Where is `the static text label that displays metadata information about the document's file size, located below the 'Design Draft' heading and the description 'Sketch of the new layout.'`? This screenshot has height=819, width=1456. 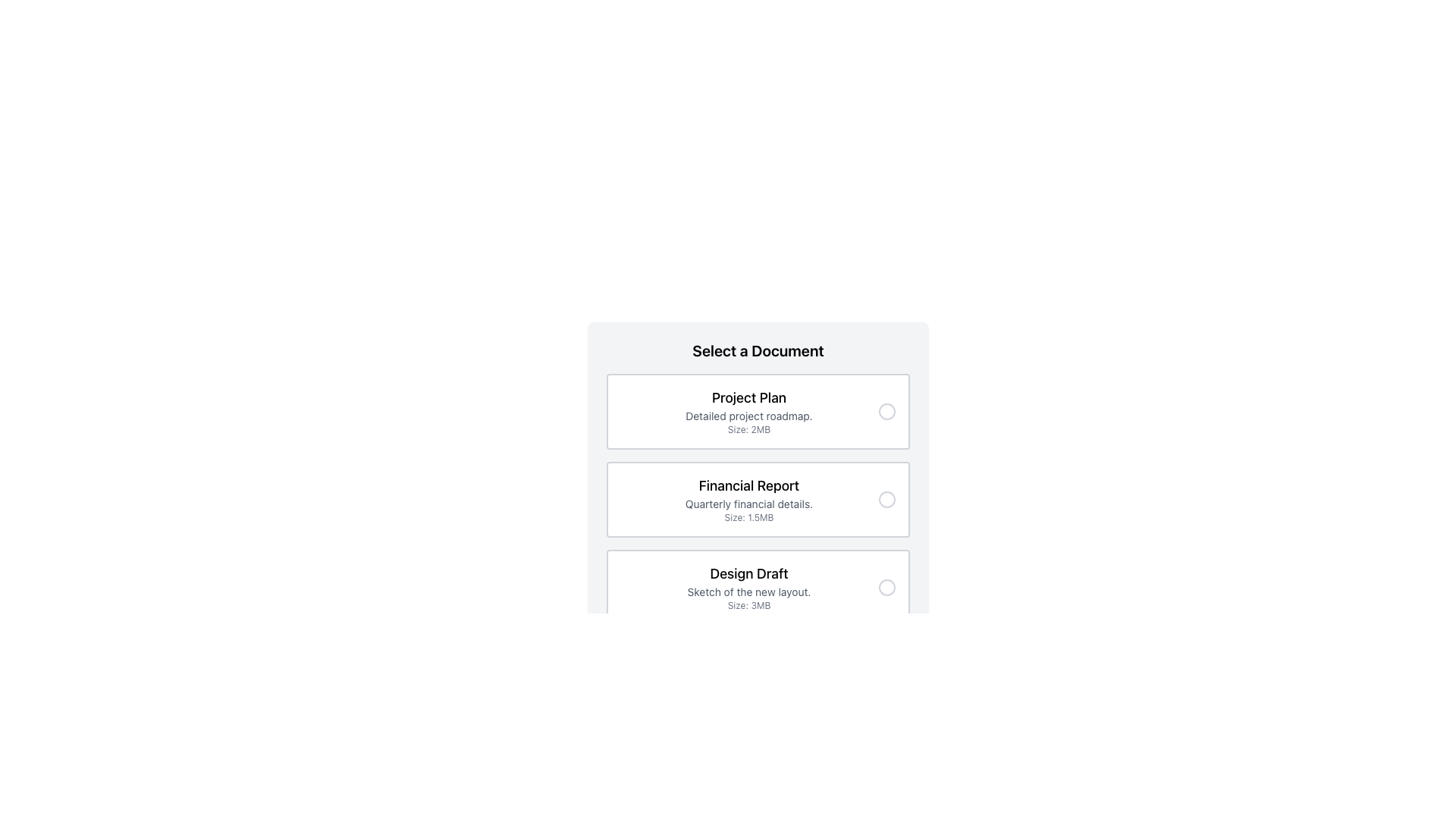
the static text label that displays metadata information about the document's file size, located below the 'Design Draft' heading and the description 'Sketch of the new layout.' is located at coordinates (749, 604).